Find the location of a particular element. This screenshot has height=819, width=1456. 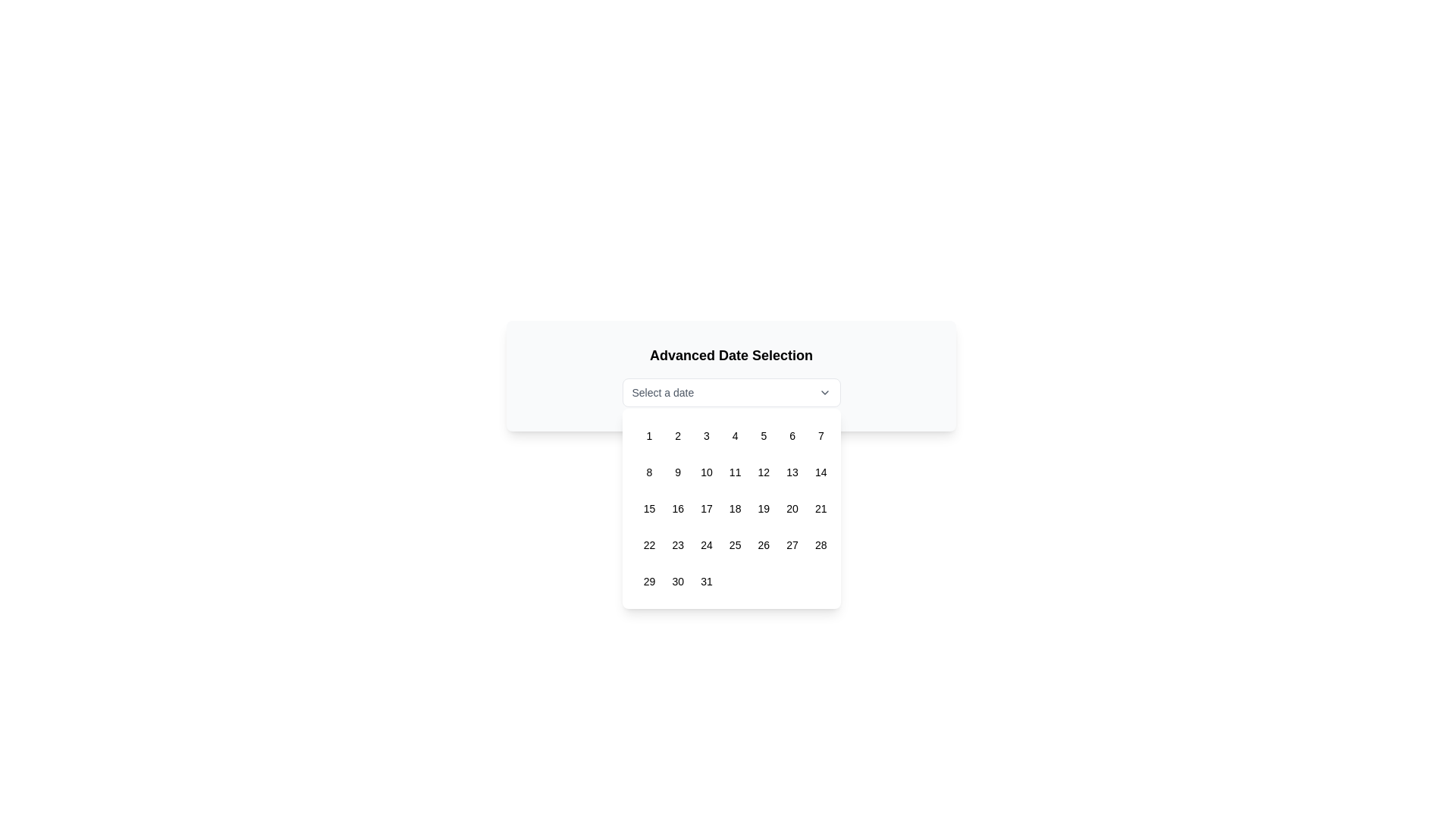

the square-shaped button displaying the number '17' is located at coordinates (705, 509).